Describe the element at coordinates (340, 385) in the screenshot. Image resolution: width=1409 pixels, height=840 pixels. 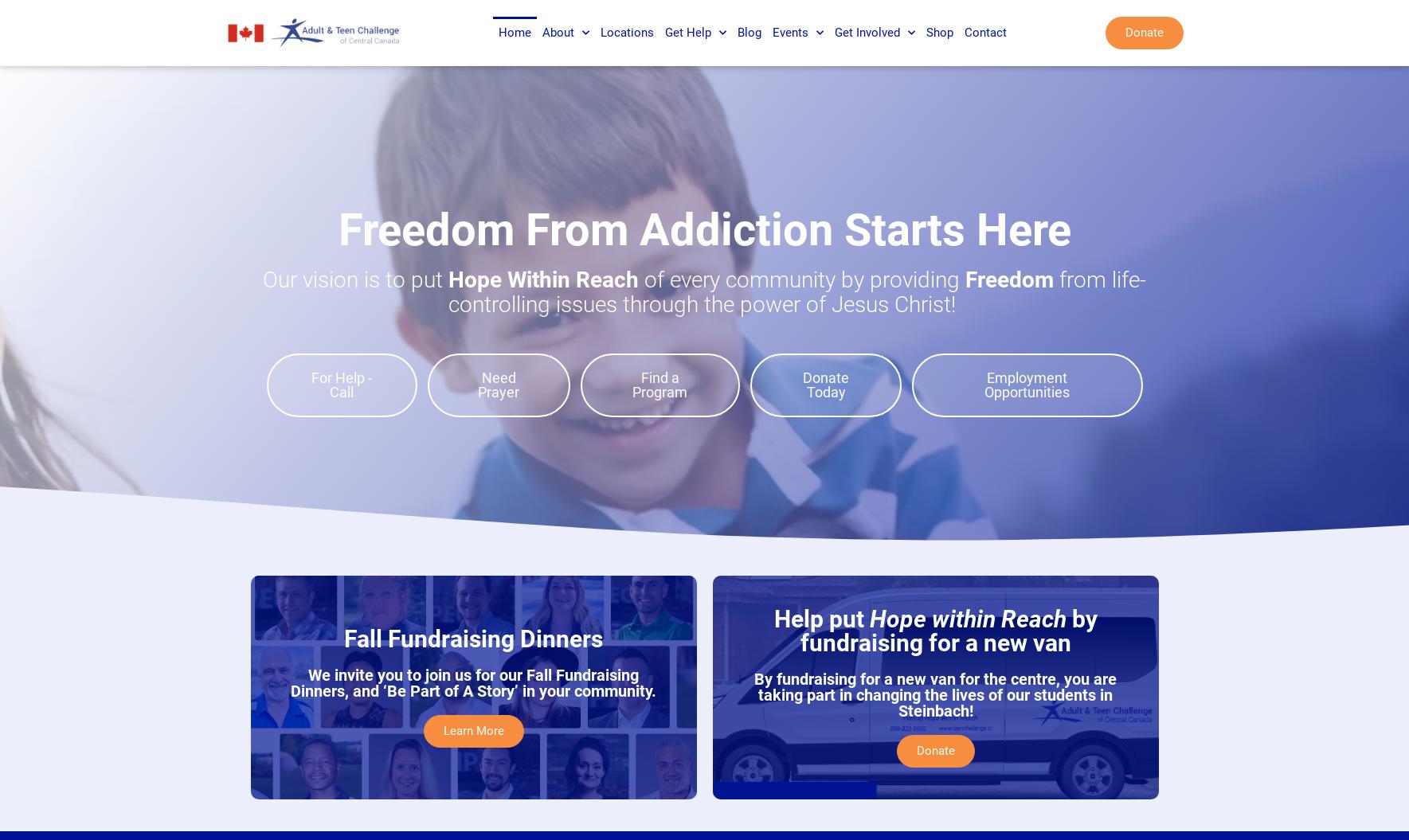
I see `'For Help - Call'` at that location.